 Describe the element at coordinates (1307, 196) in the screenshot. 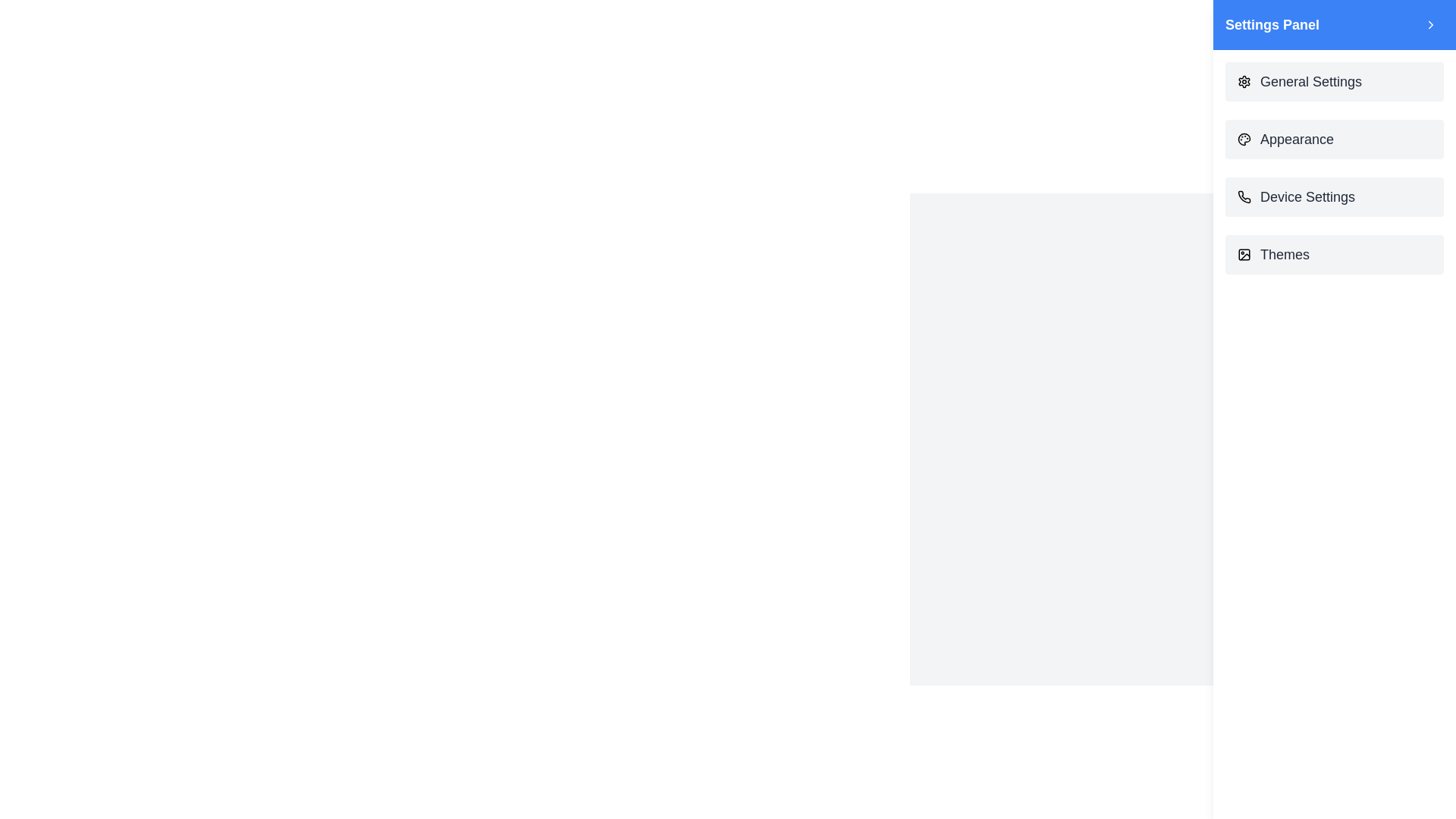

I see `the 'Device Settings' text label in the sidebar menu to potentially see a tooltip` at that location.